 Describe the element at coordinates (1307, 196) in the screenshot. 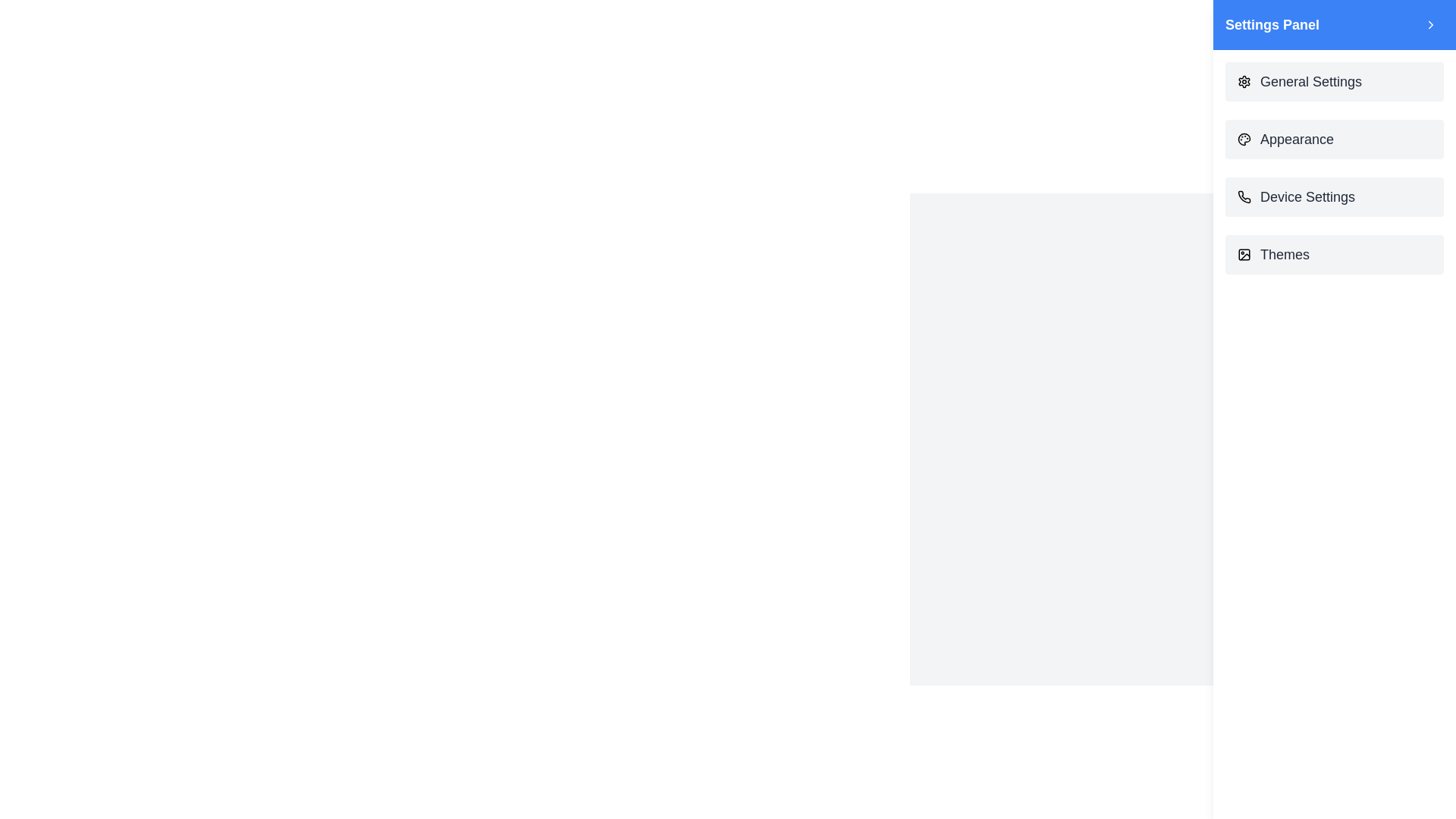

I see `the 'Device Settings' text label in the sidebar menu to potentially see a tooltip` at that location.